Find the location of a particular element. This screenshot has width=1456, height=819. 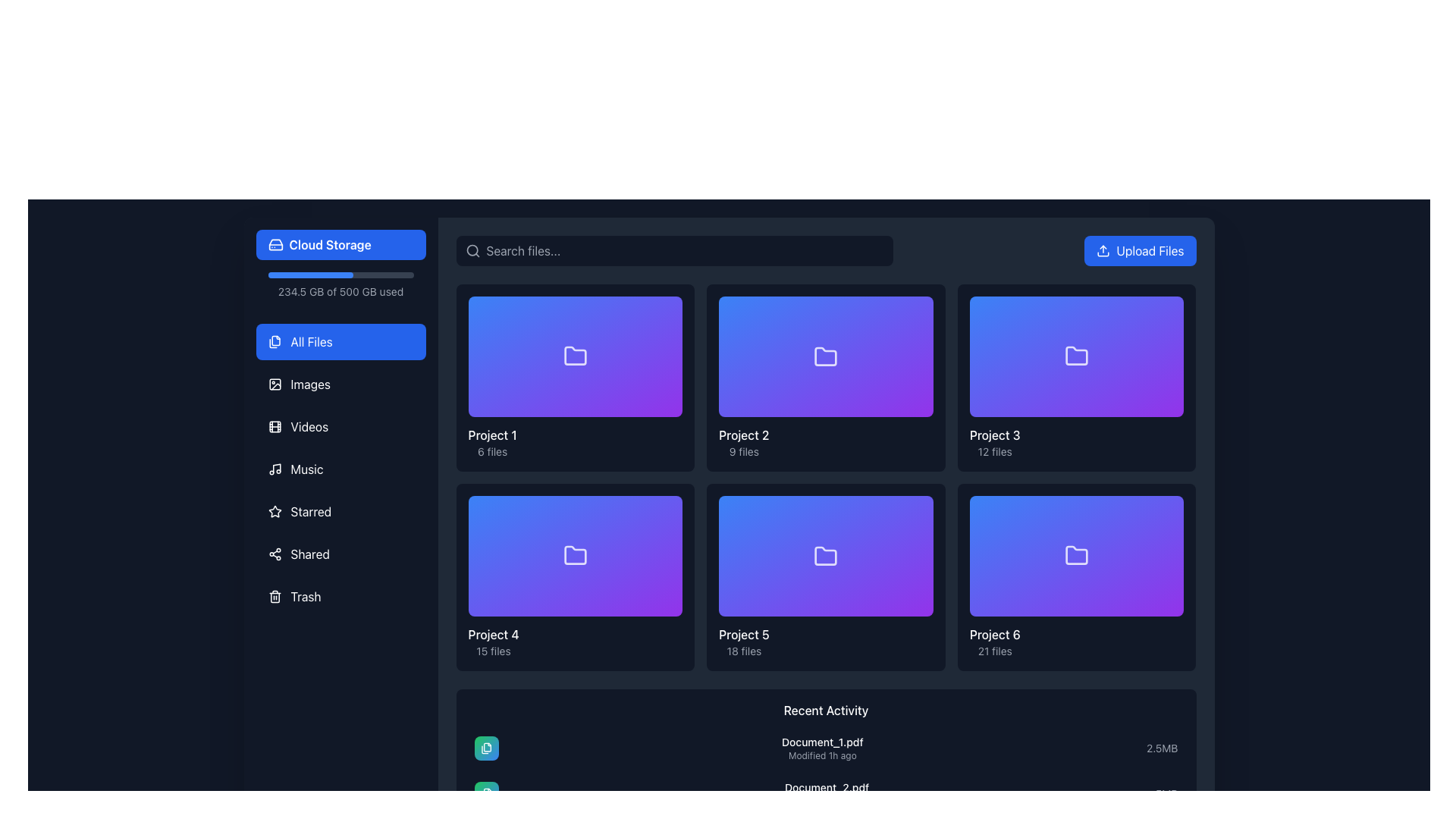

the 'Project 1' card-like UI component in the top-left corner of the grid is located at coordinates (574, 356).